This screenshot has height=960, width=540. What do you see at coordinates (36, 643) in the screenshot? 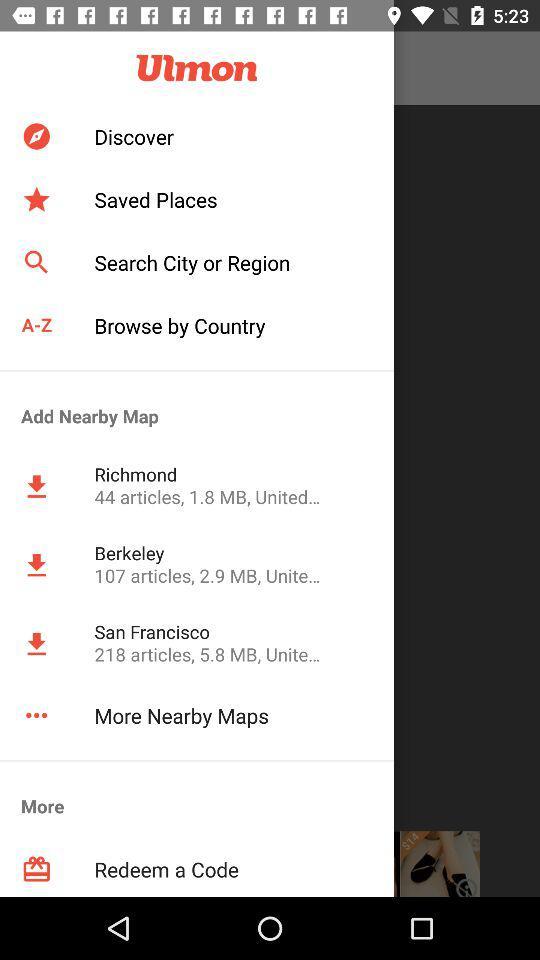
I see `the third download button` at bounding box center [36, 643].